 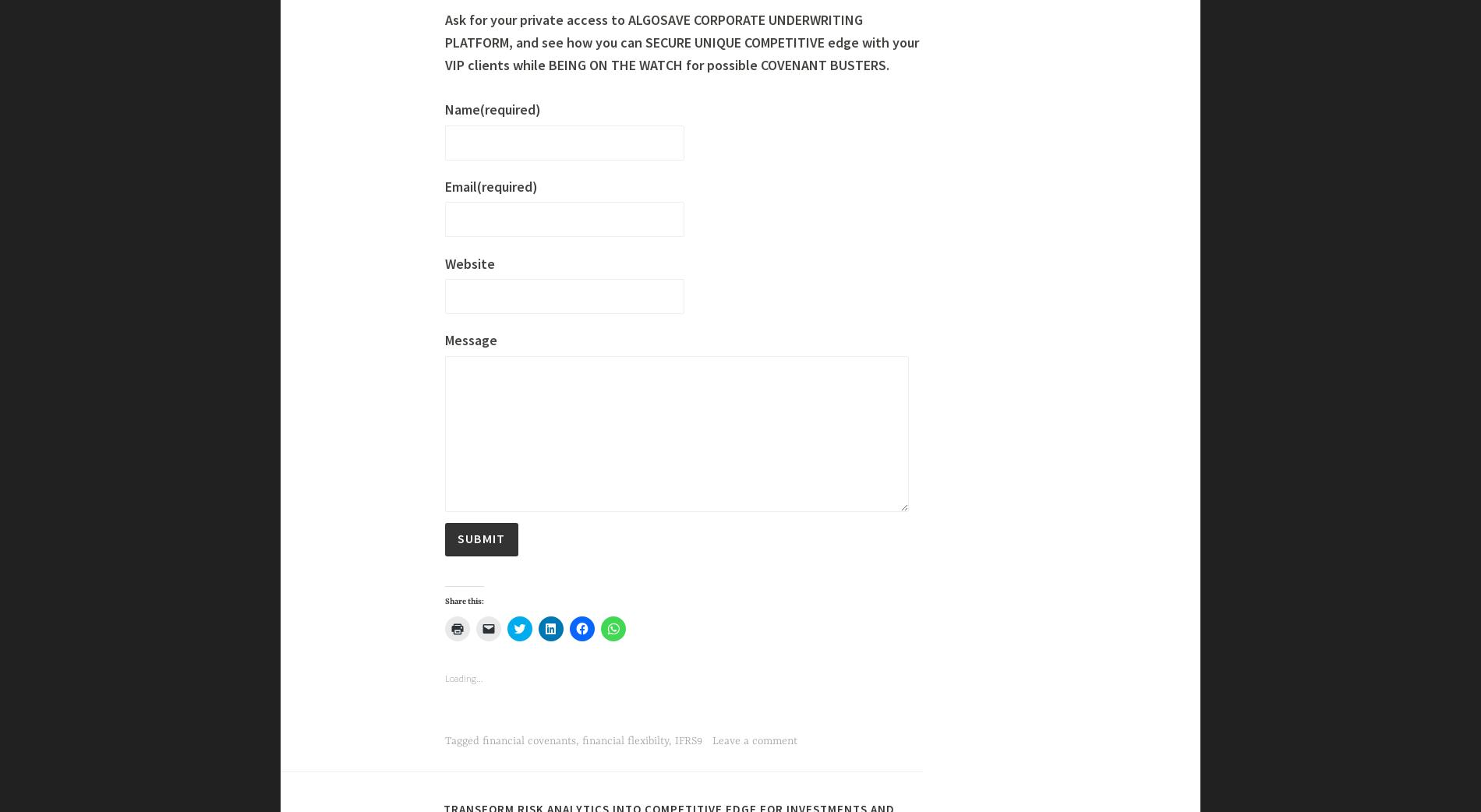 What do you see at coordinates (528, 217) in the screenshot?
I see `'Indeed, under IFRS9 rules, a breach of covenant triggers an immediate move from 12-month ECL – Stage1 – to lifetime ECL – Stage2.'` at bounding box center [528, 217].